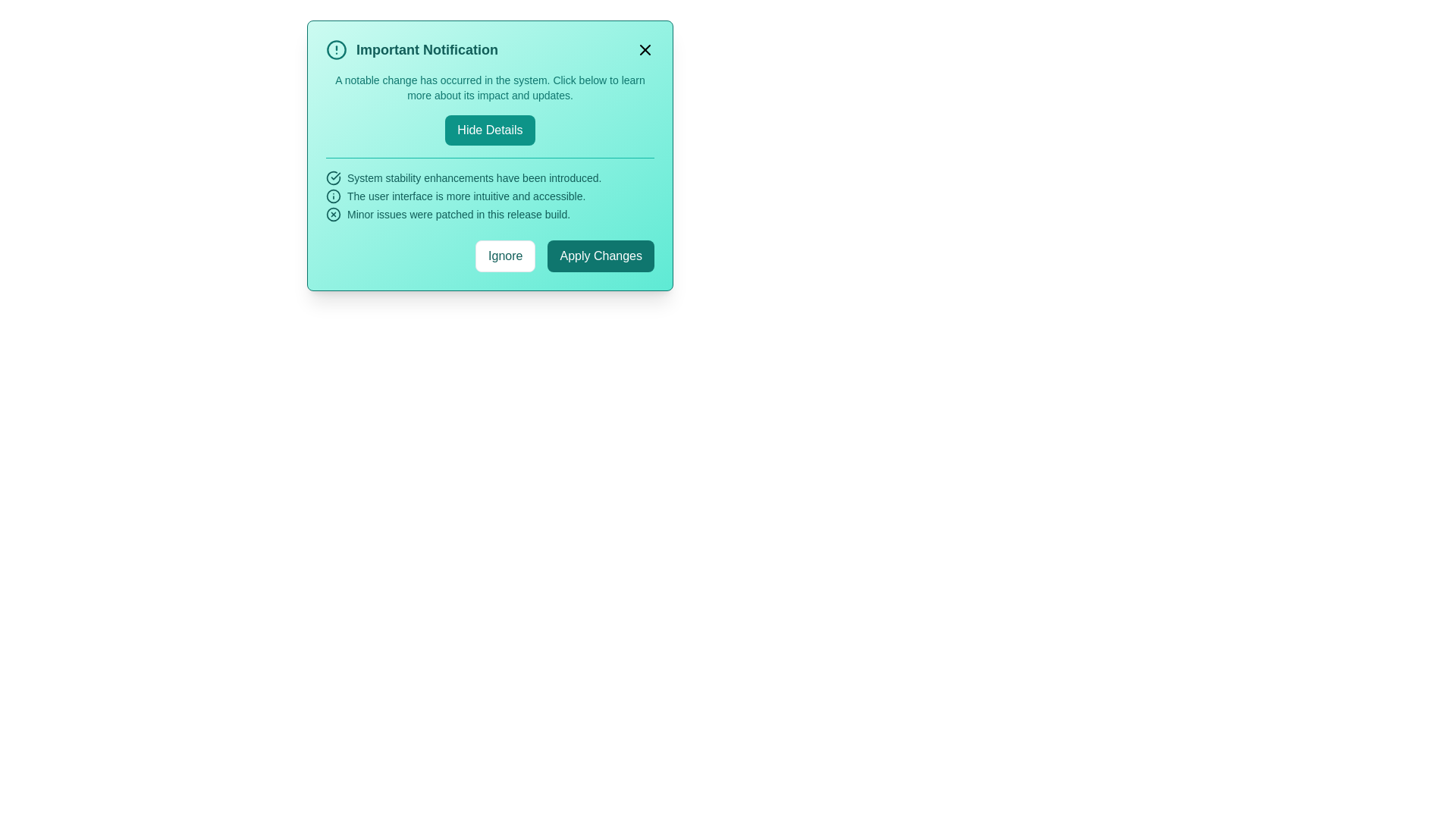 This screenshot has height=819, width=1456. I want to click on the 'Ignore' button, which is a rectangular button with rounded corners, white background, and teal text, located at the bottom right of a notification modal, so click(505, 256).